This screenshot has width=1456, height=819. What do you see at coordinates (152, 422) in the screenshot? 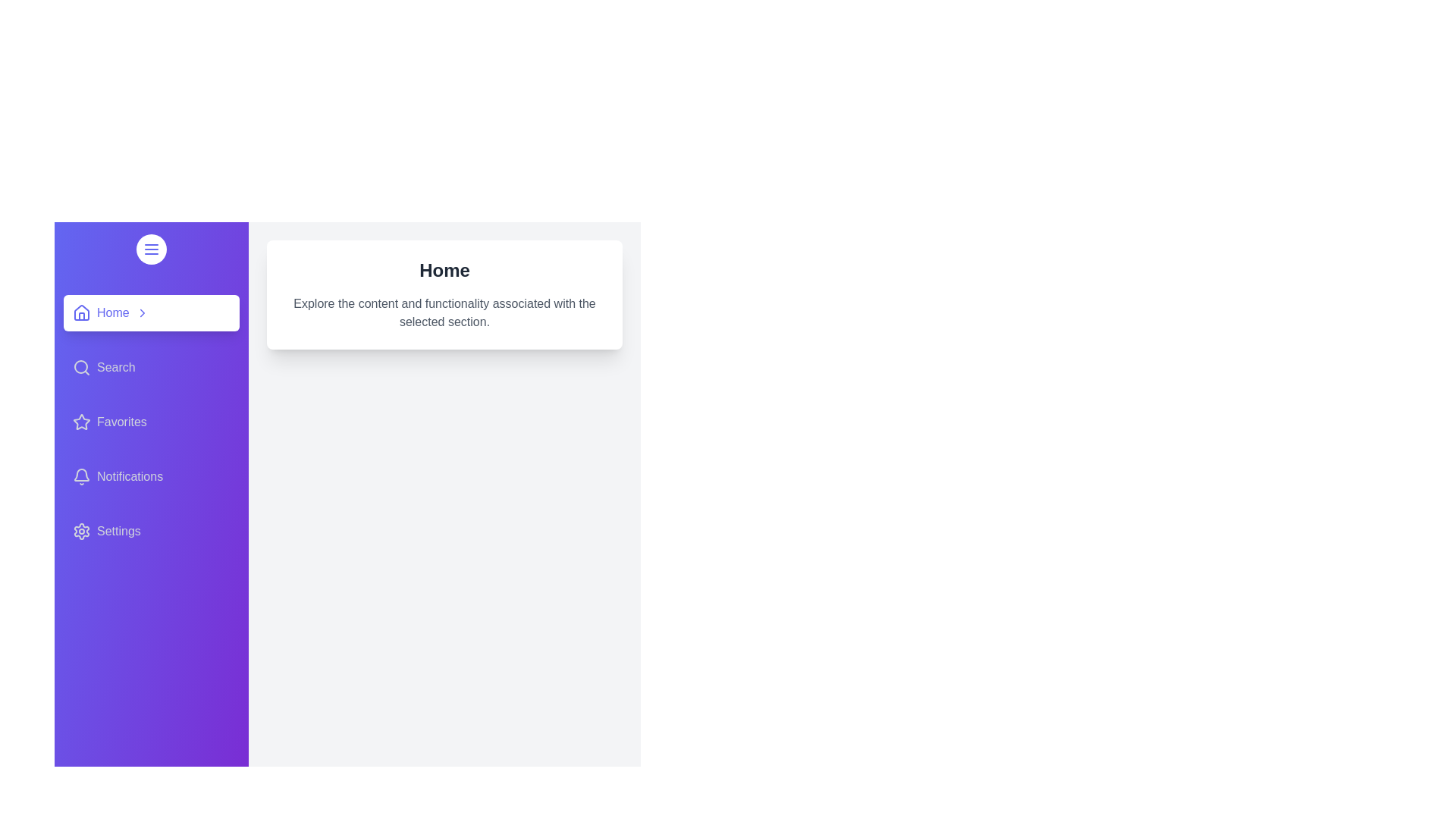
I see `the section labeled Favorites by clicking on its label in the sidebar` at bounding box center [152, 422].